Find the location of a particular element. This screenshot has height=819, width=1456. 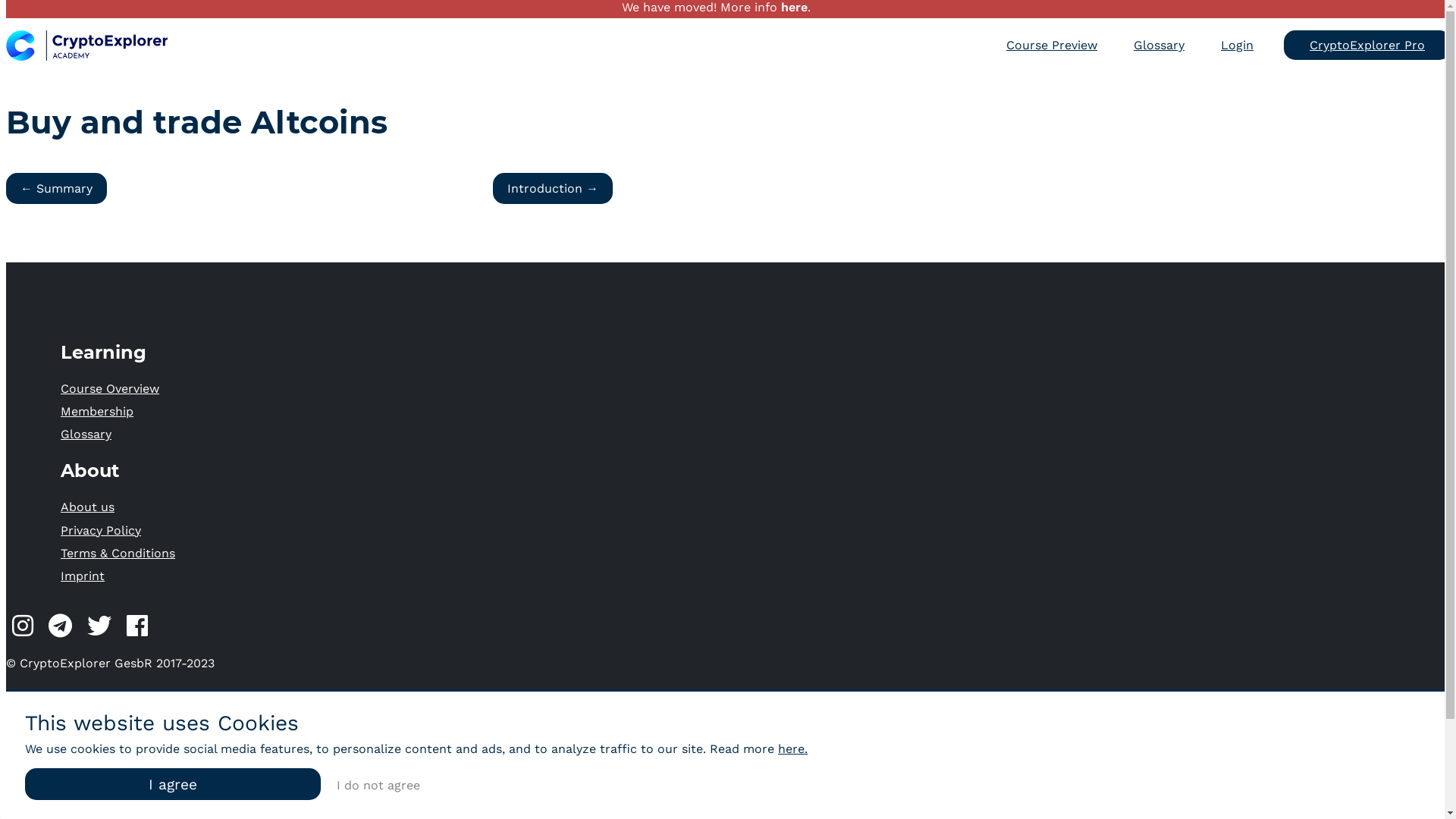

'Summary' is located at coordinates (56, 187).